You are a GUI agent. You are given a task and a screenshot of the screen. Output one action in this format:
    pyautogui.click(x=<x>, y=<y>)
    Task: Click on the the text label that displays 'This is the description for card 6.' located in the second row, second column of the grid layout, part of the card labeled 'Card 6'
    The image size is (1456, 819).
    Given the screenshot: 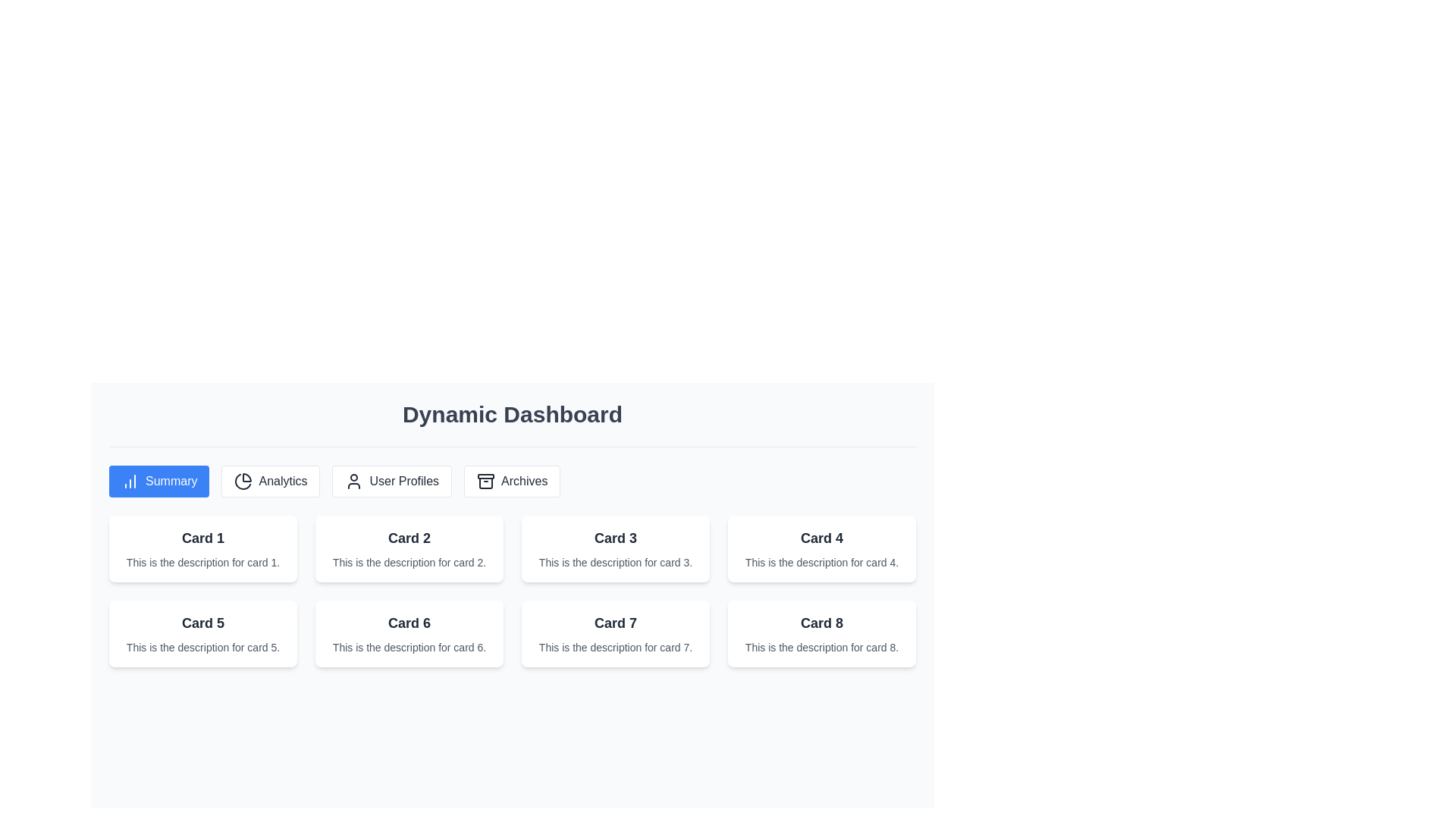 What is the action you would take?
    pyautogui.click(x=409, y=647)
    